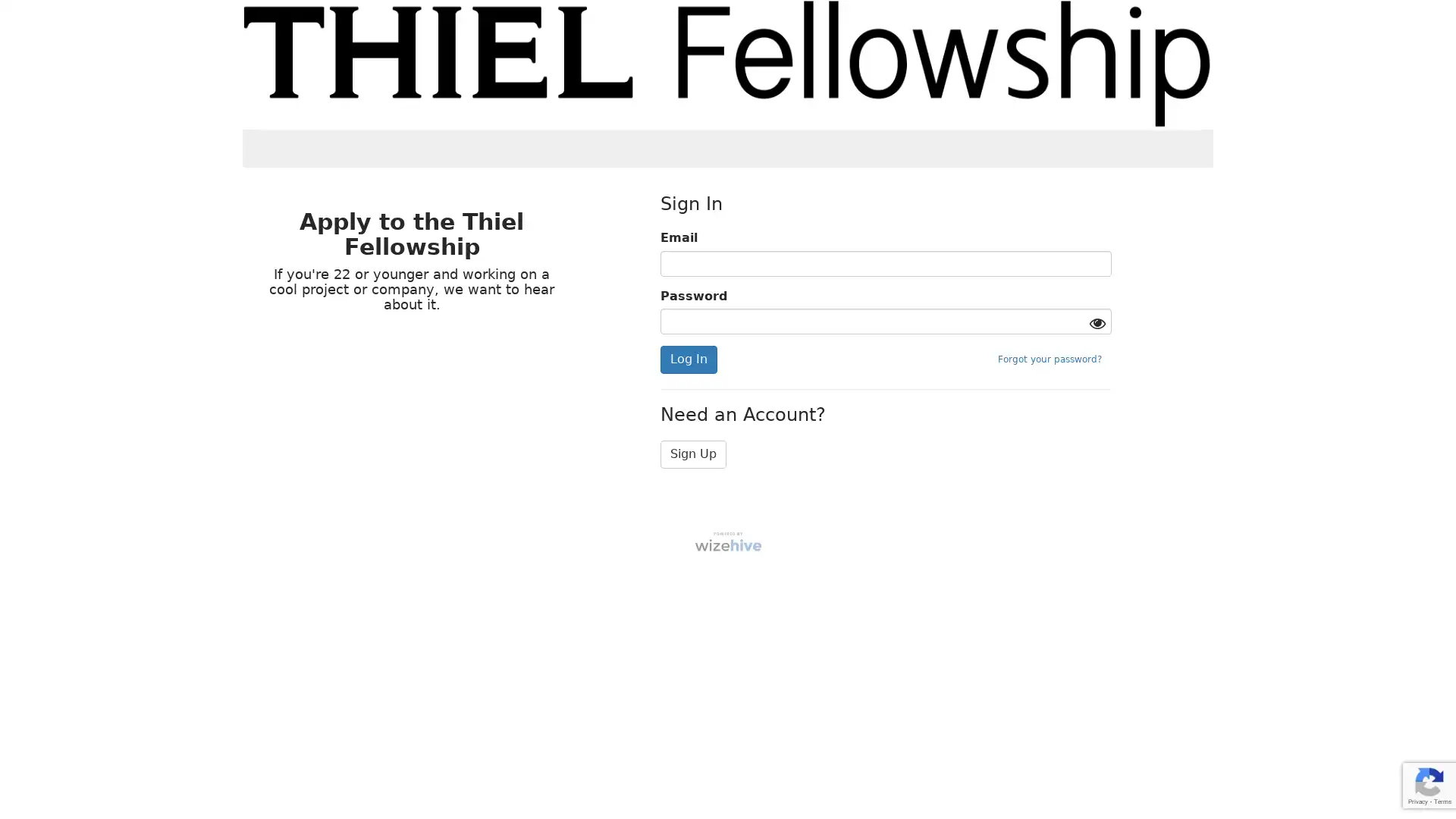  I want to click on Log In, so click(687, 359).